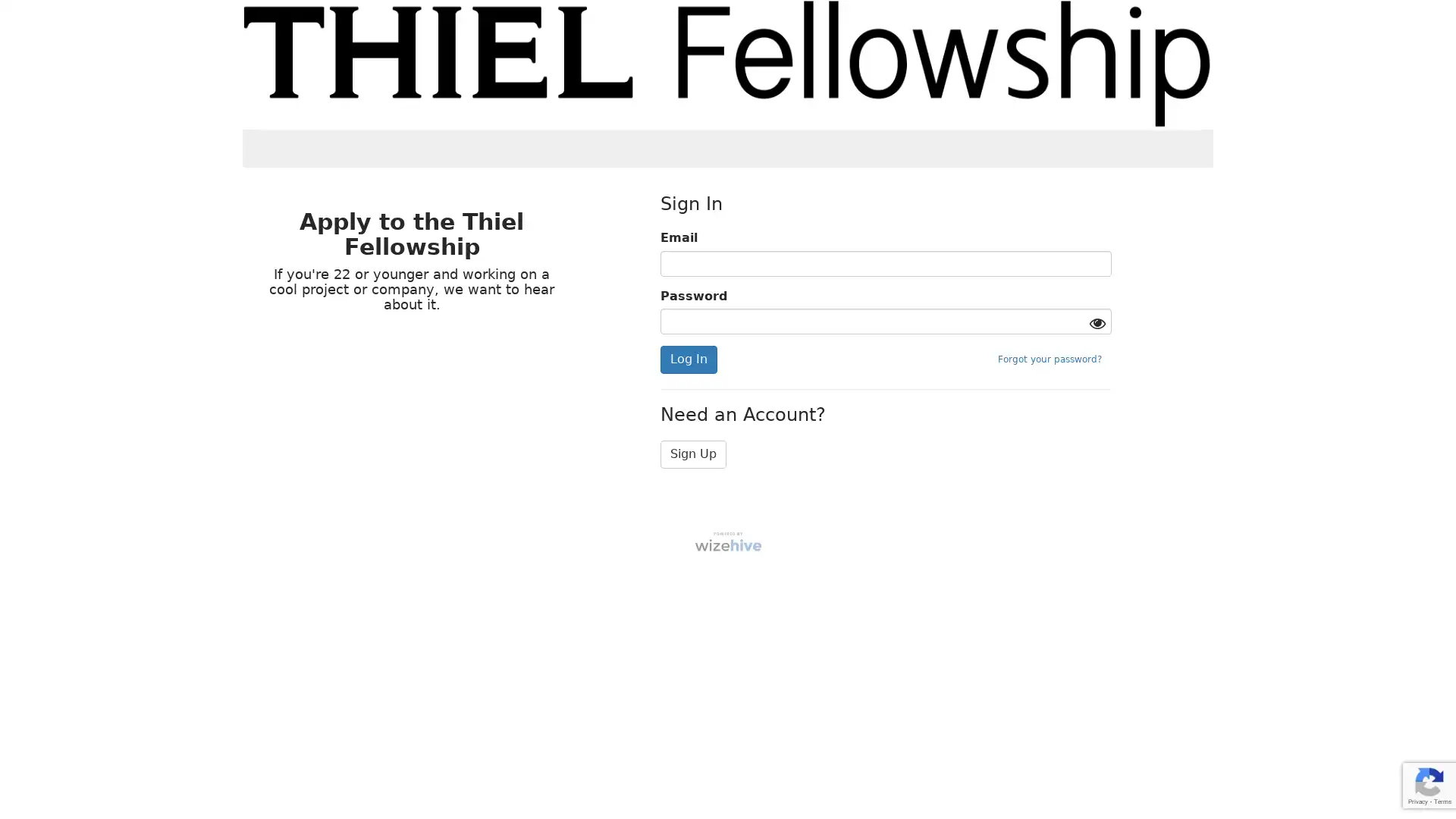  I want to click on Log In, so click(687, 359).